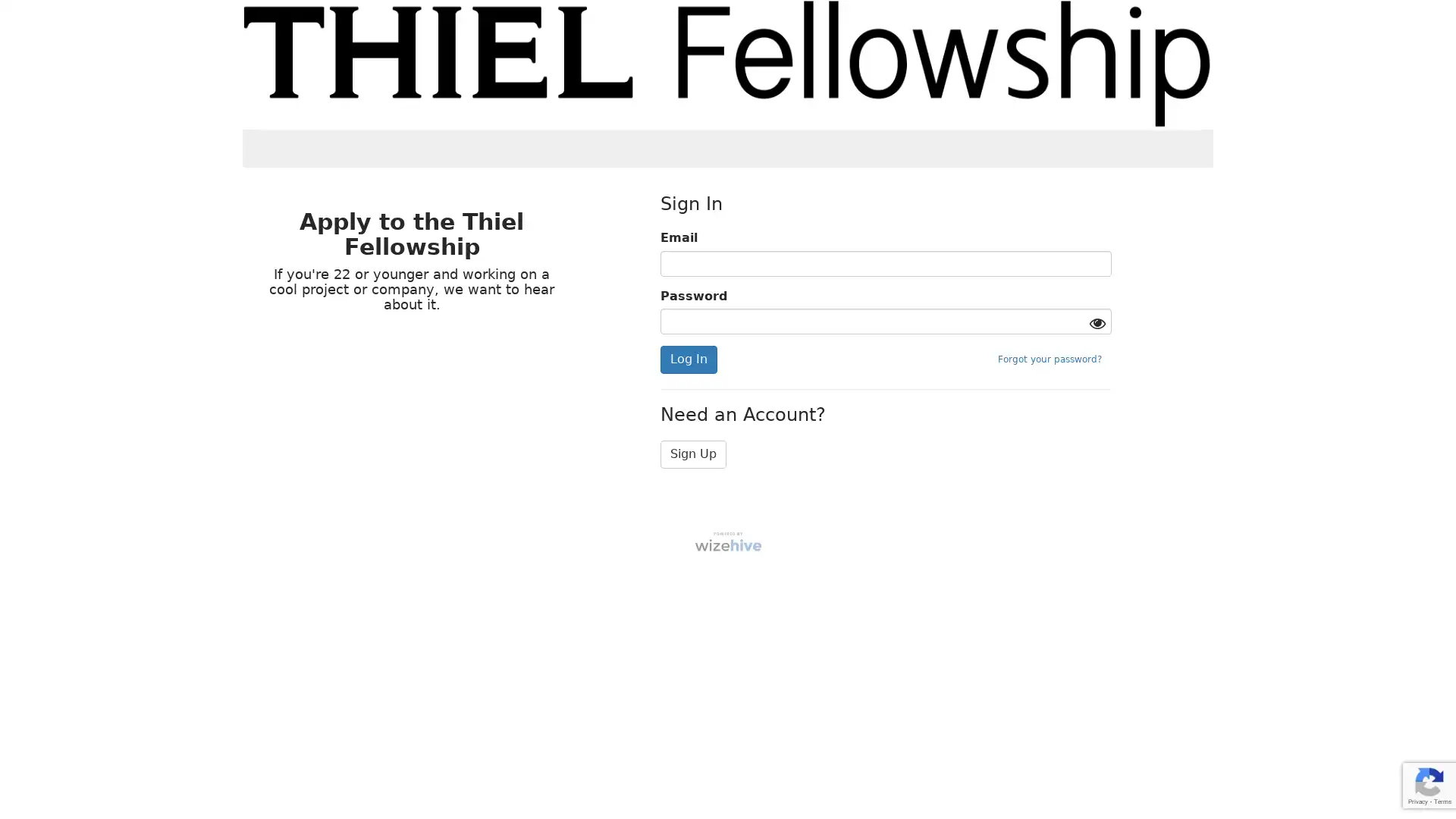  I want to click on Log In, so click(687, 359).